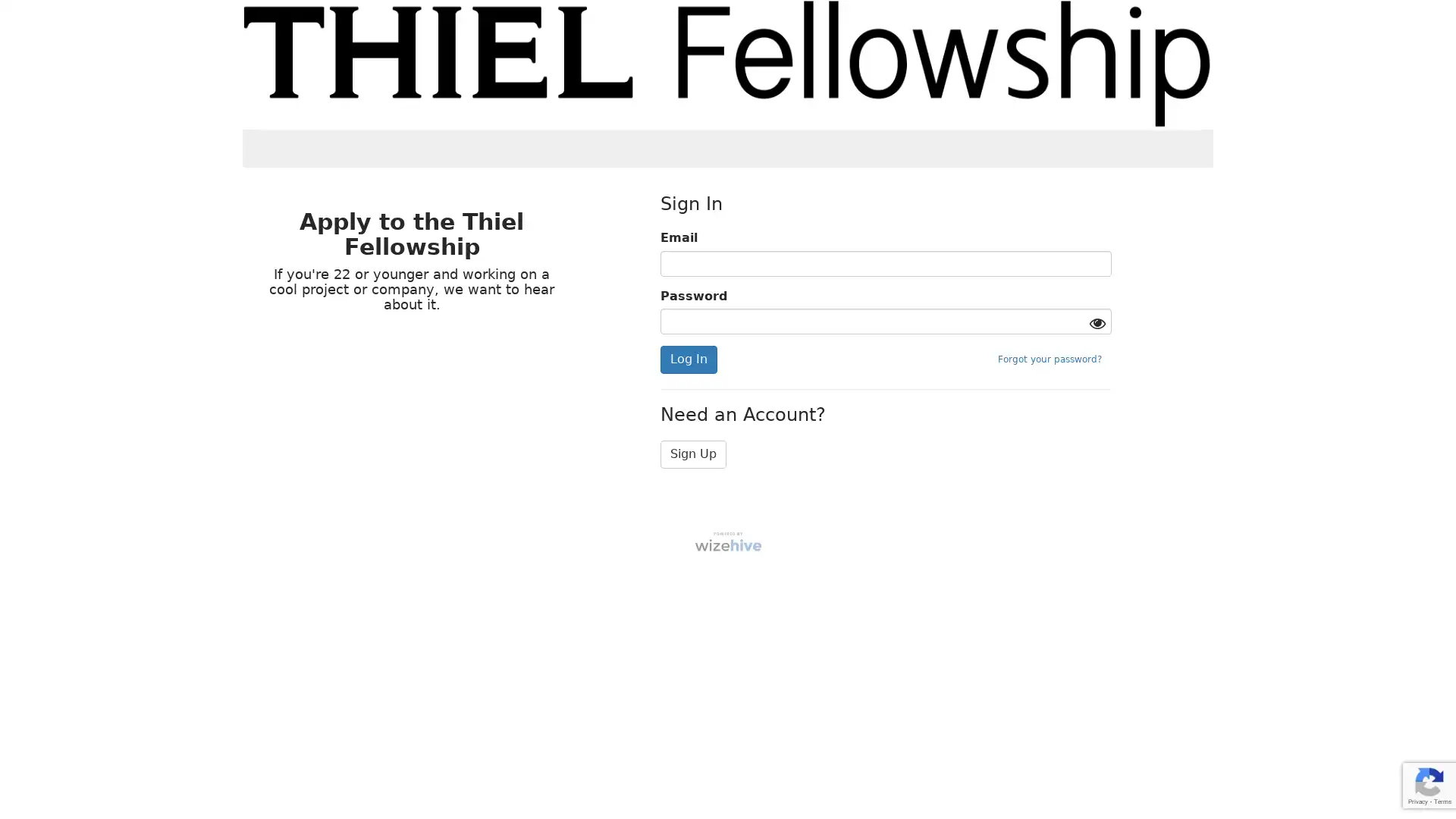  I want to click on Log In, so click(687, 359).